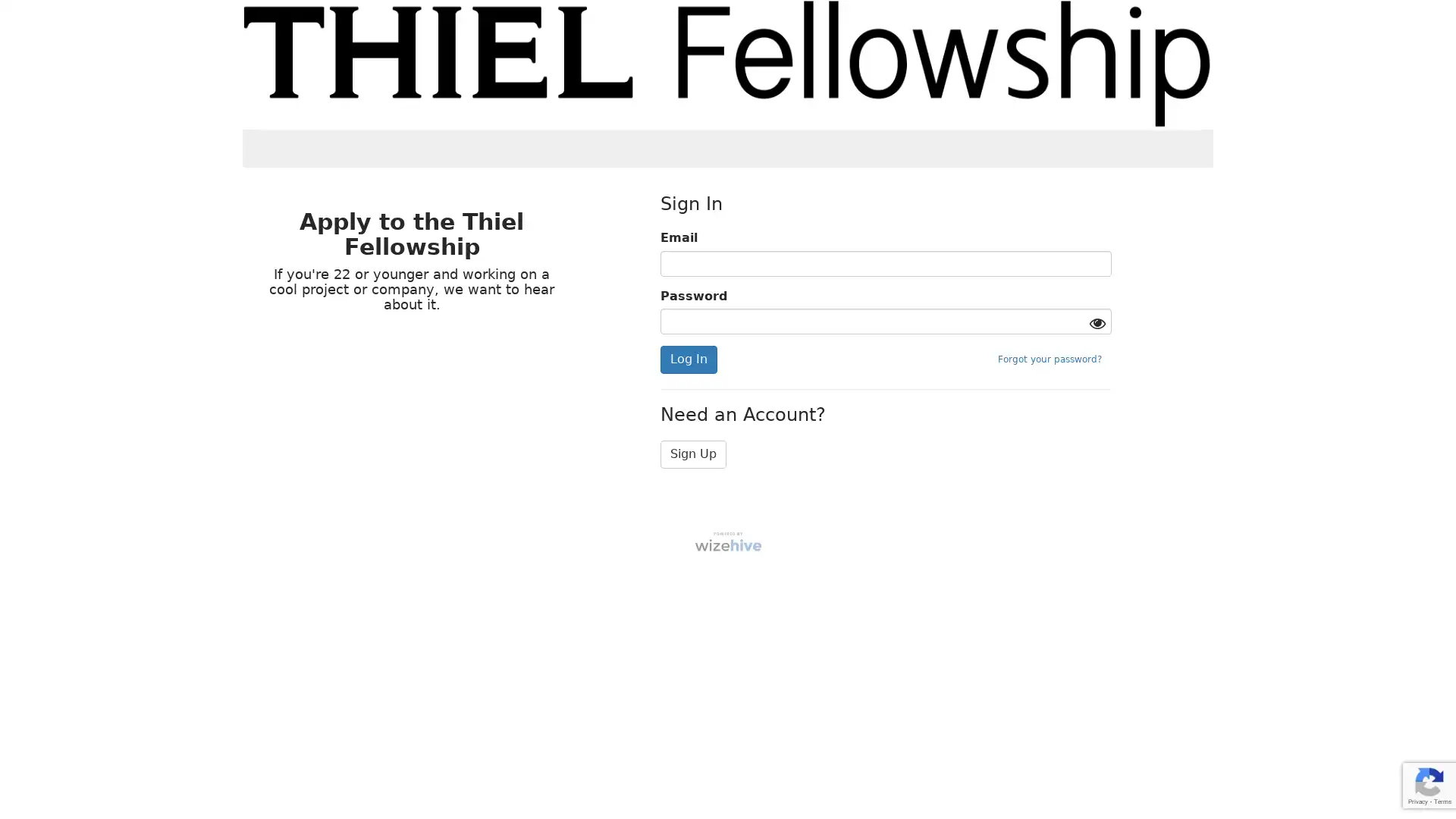  I want to click on Log In, so click(687, 359).